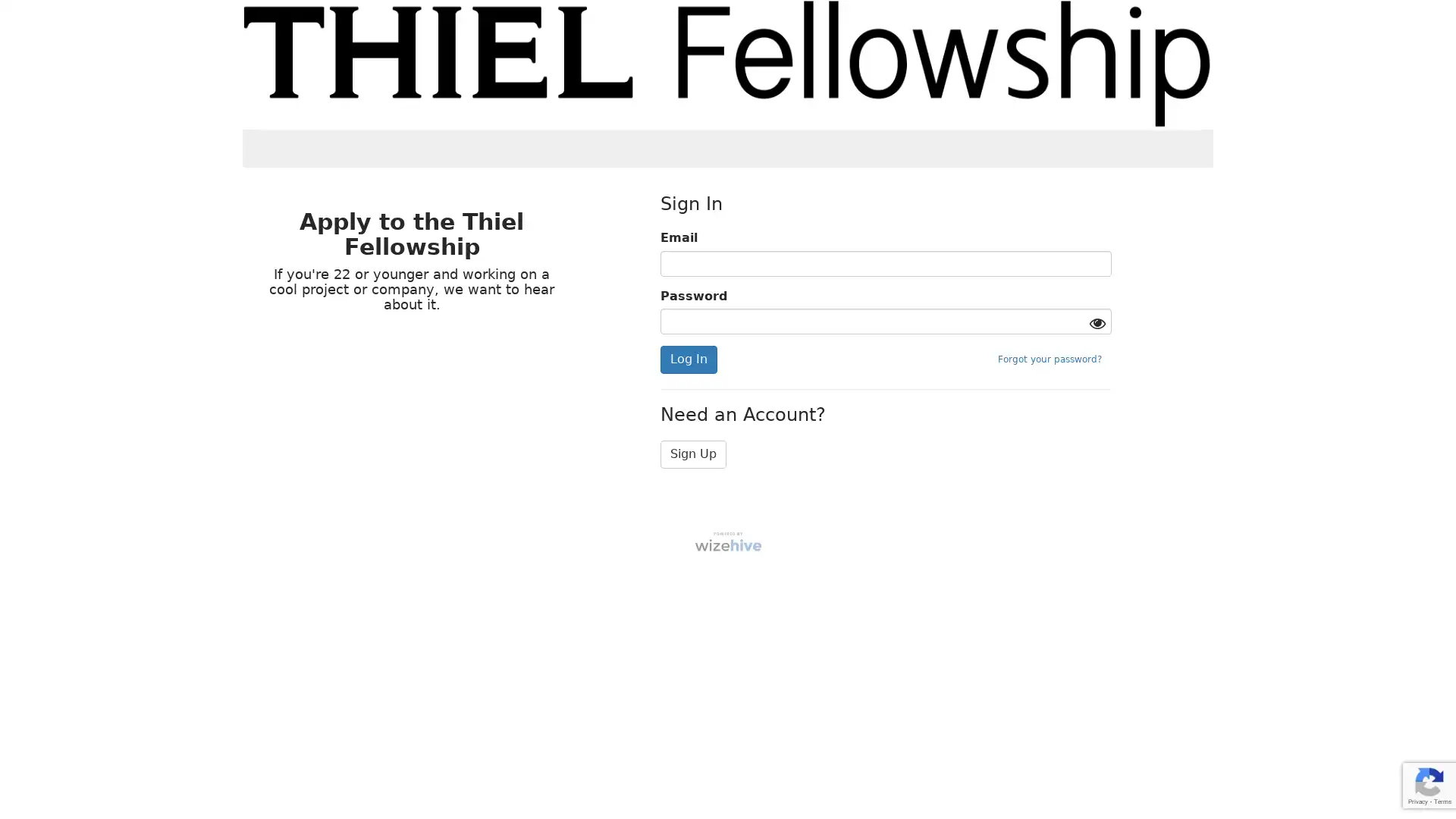  I want to click on Log In, so click(687, 359).